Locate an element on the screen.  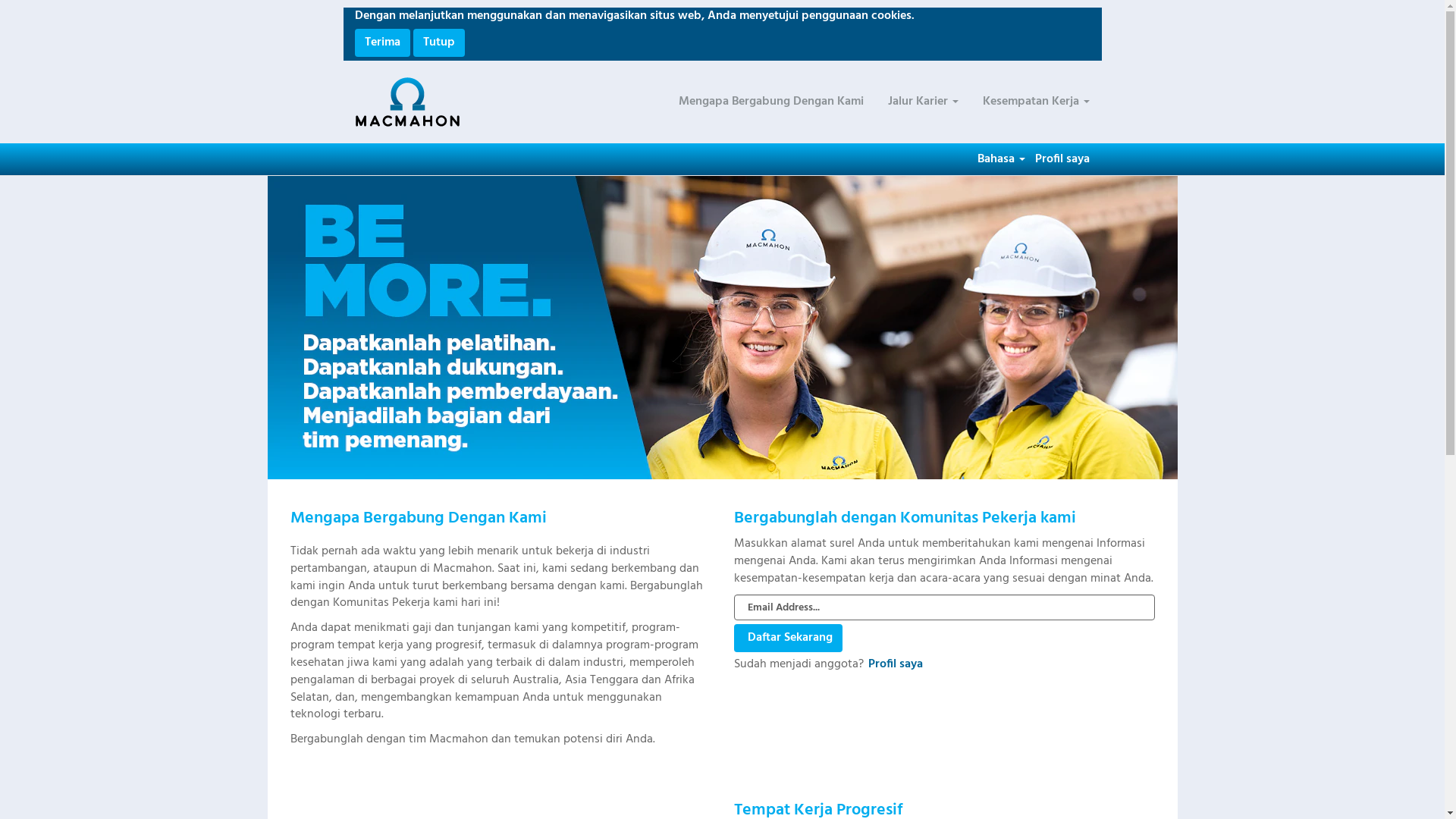
'Kesempatan Kerja' is located at coordinates (1034, 102).